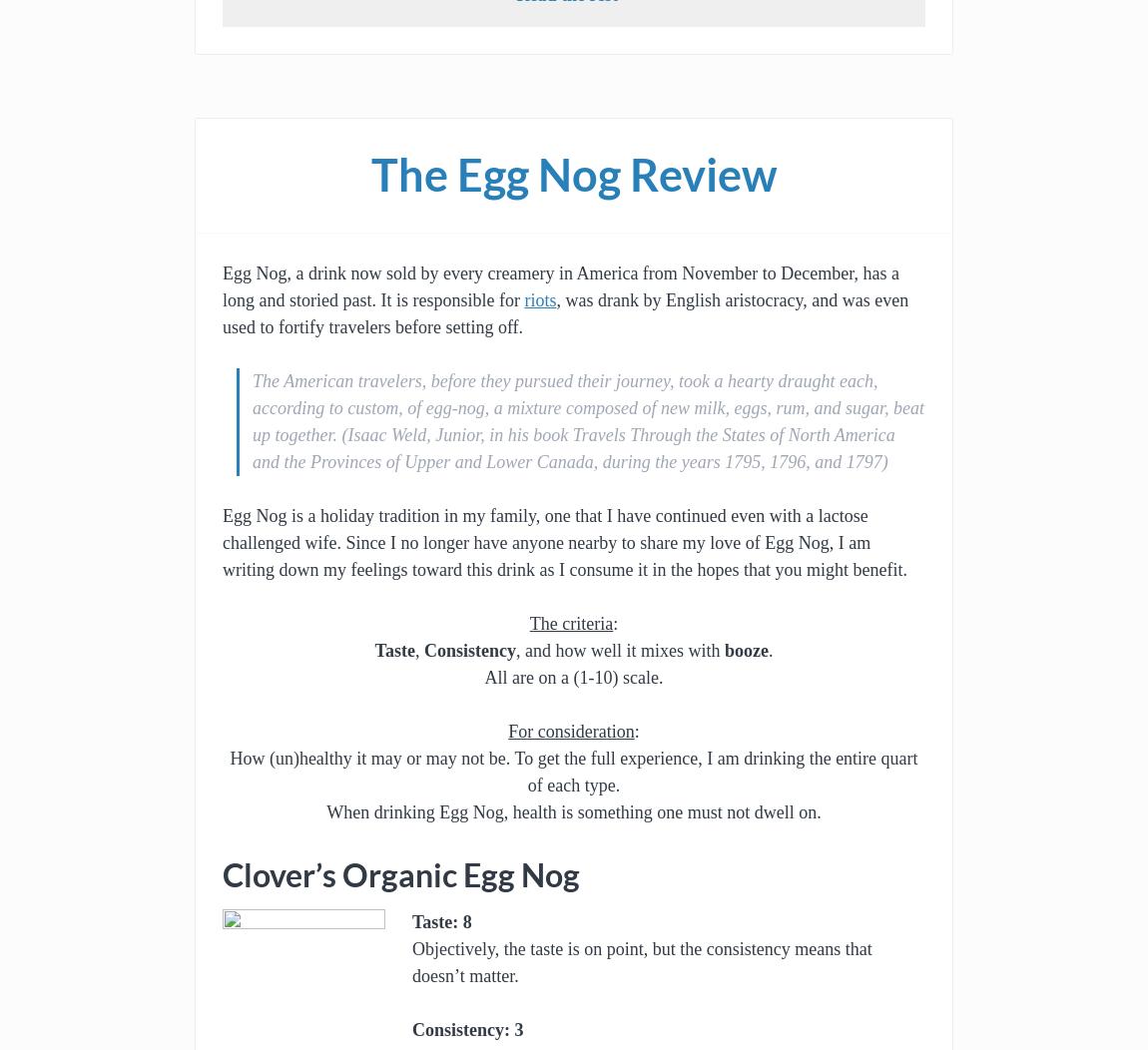 The image size is (1148, 1050). What do you see at coordinates (411, 1027) in the screenshot?
I see `'Consistency: 3'` at bounding box center [411, 1027].